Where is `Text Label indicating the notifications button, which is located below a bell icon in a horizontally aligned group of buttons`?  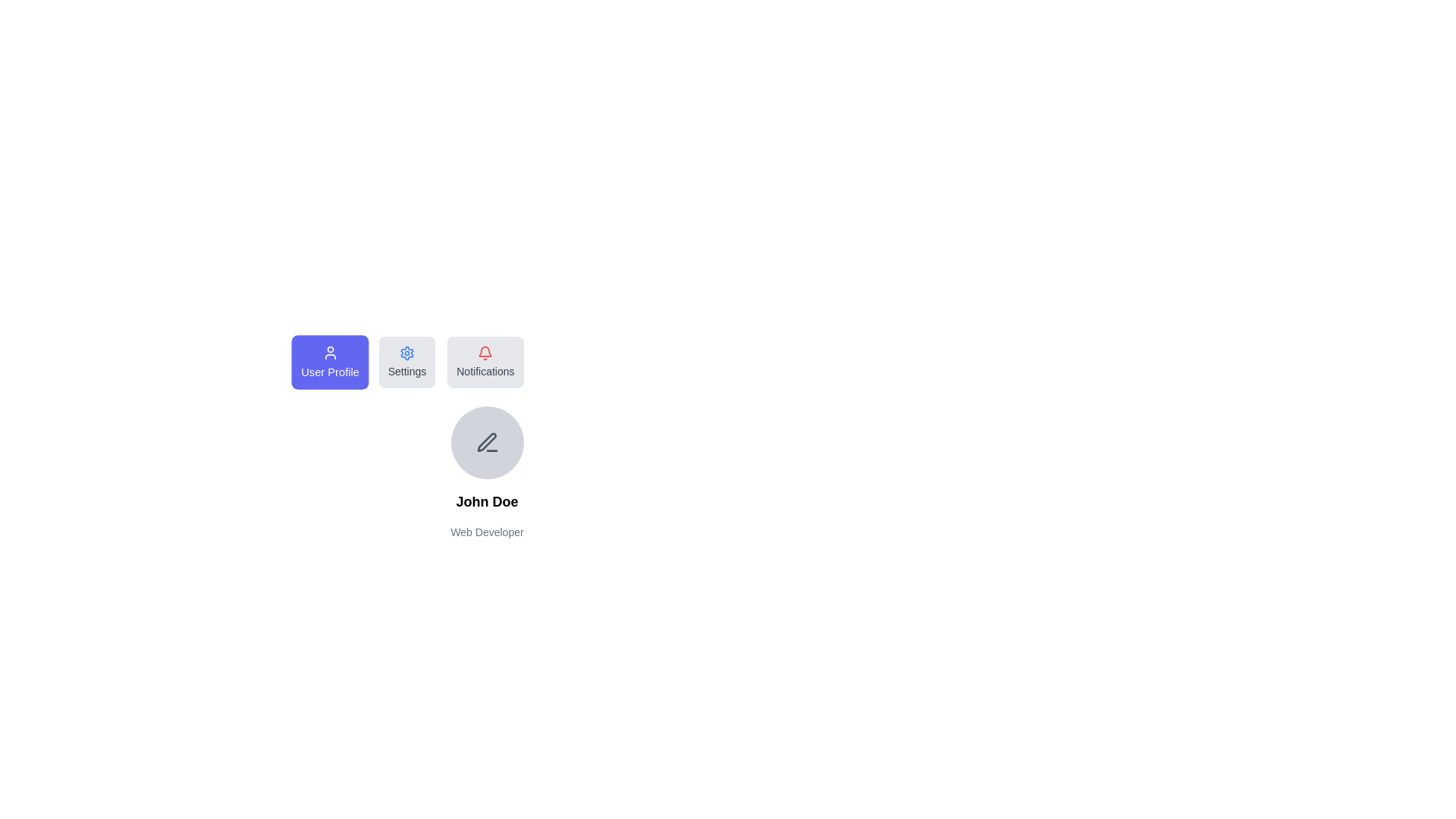
Text Label indicating the notifications button, which is located below a bell icon in a horizontally aligned group of buttons is located at coordinates (485, 371).